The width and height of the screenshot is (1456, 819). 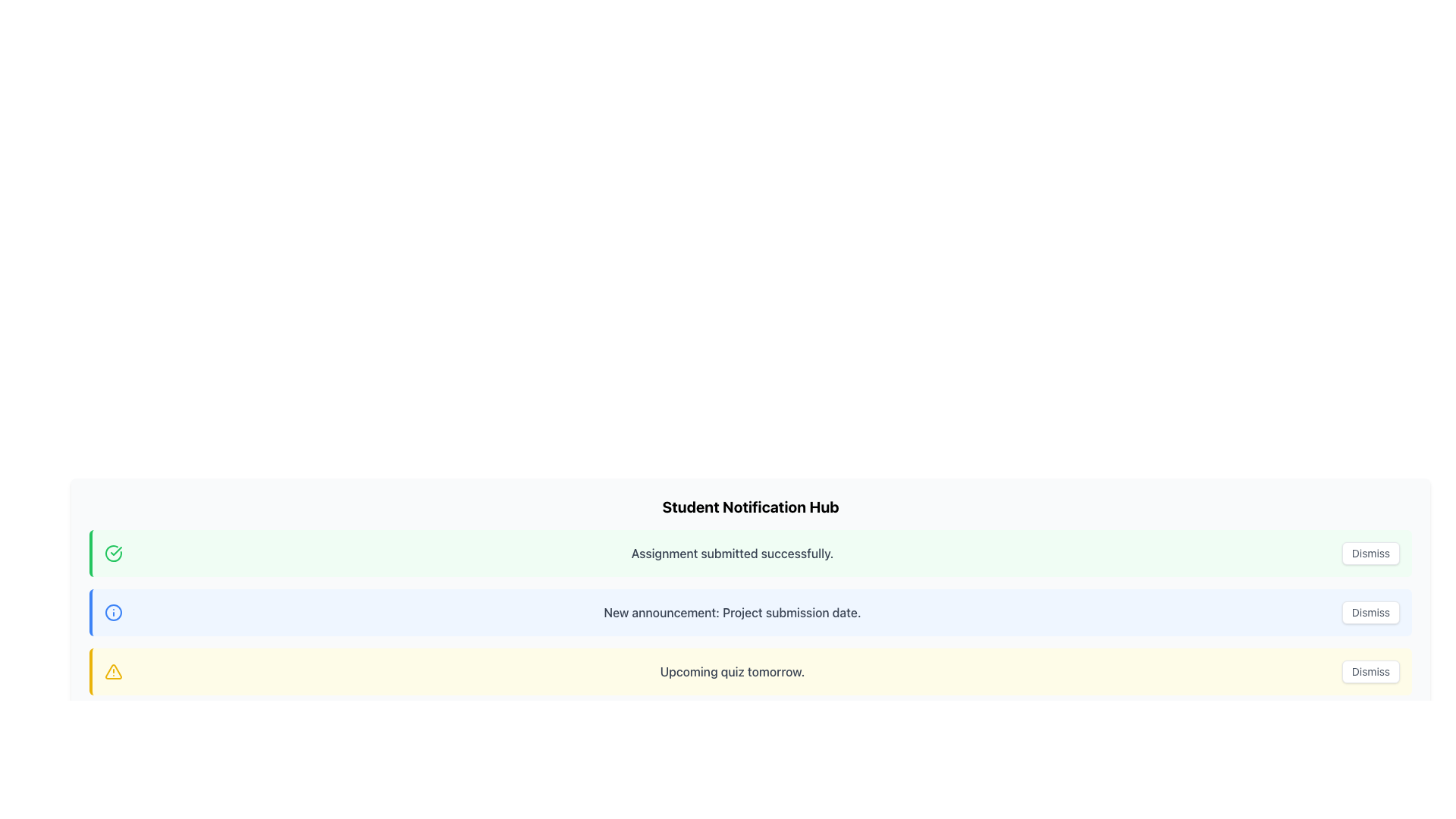 I want to click on the Text Label that serves as a heading for the notification hub, located at the top of the notification card layout, so click(x=750, y=507).